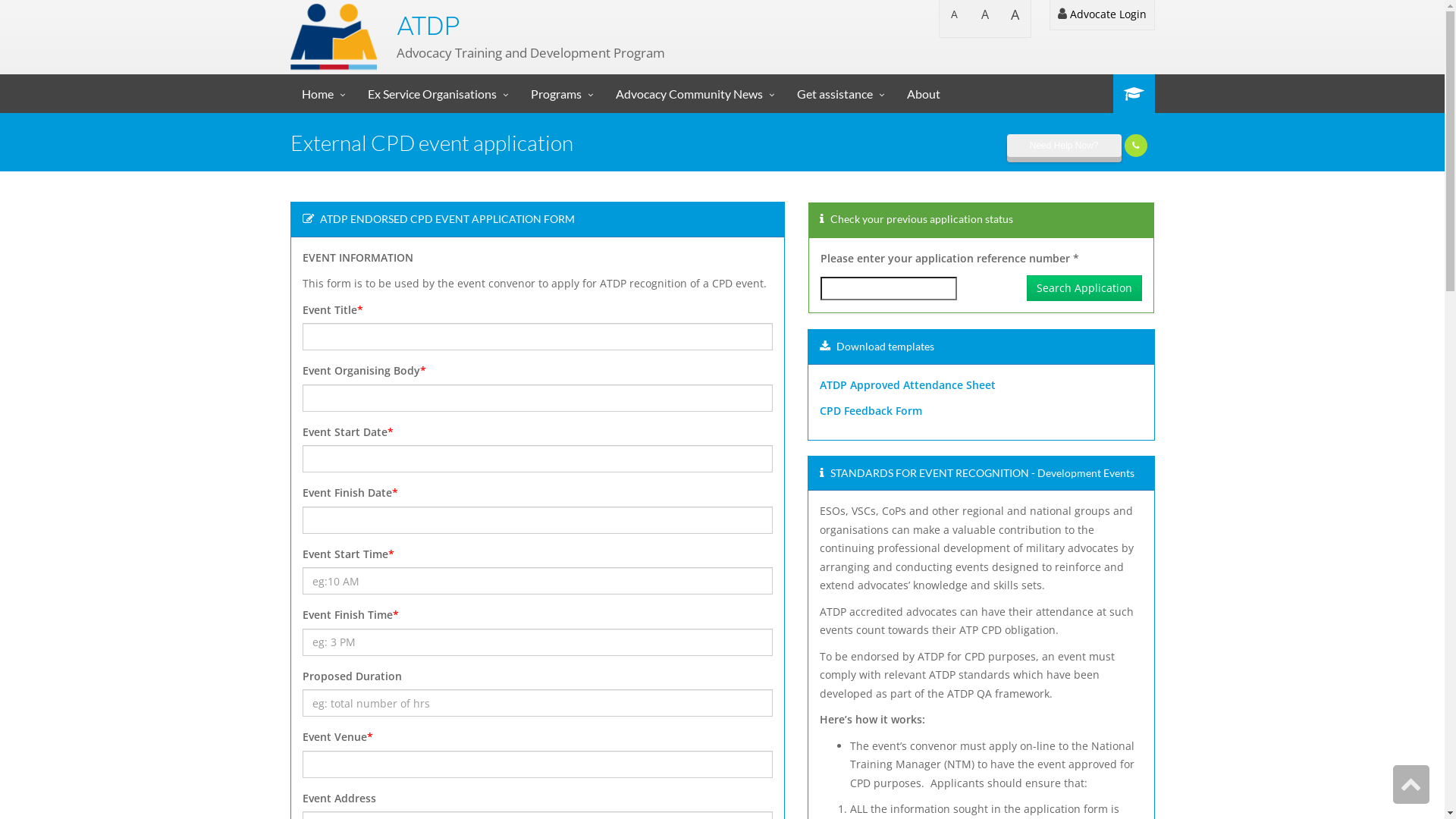 Image resolution: width=1456 pixels, height=819 pixels. I want to click on 'A', so click(999, 18).